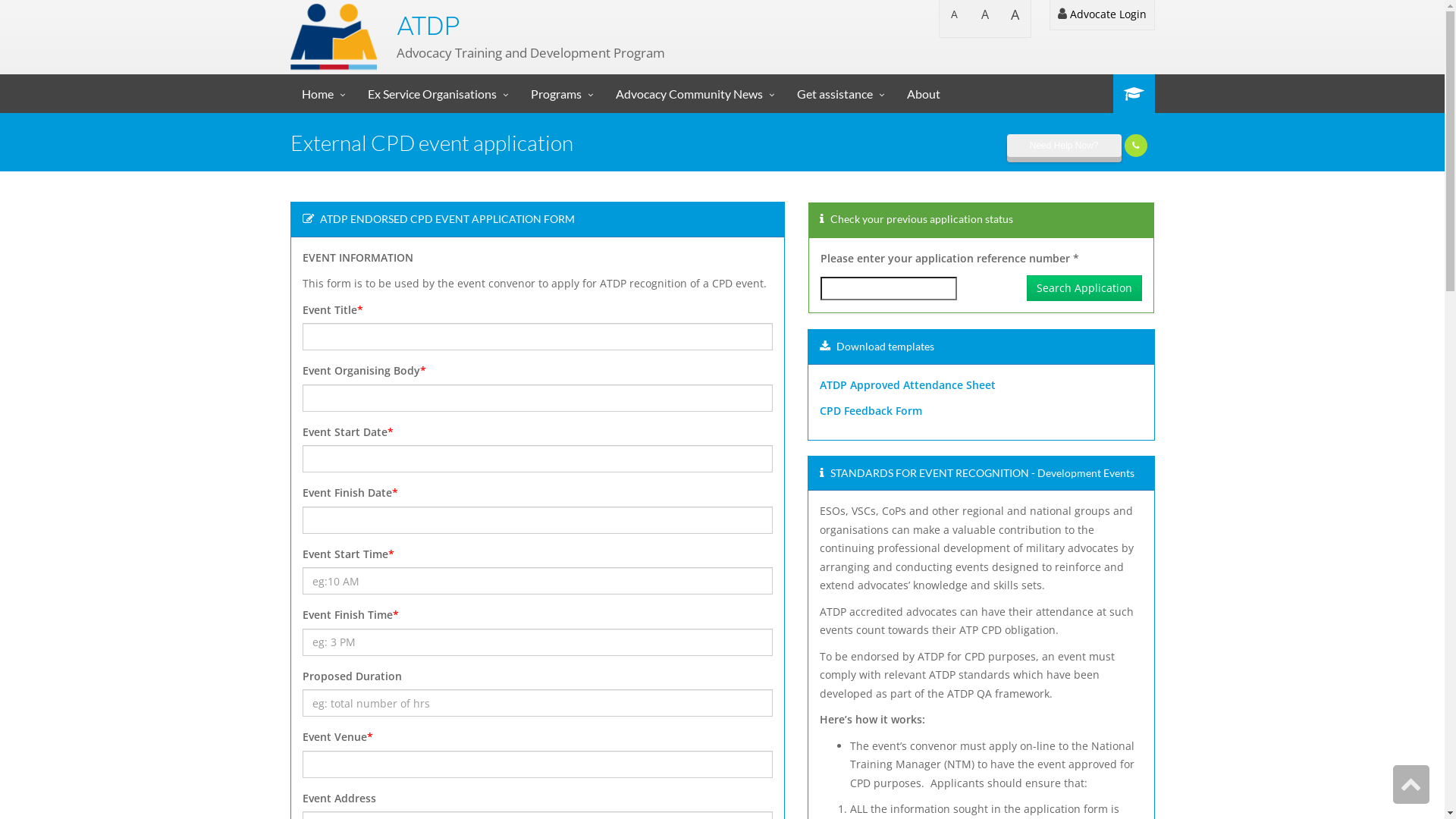 Image resolution: width=1456 pixels, height=819 pixels. I want to click on 'A', so click(999, 18).